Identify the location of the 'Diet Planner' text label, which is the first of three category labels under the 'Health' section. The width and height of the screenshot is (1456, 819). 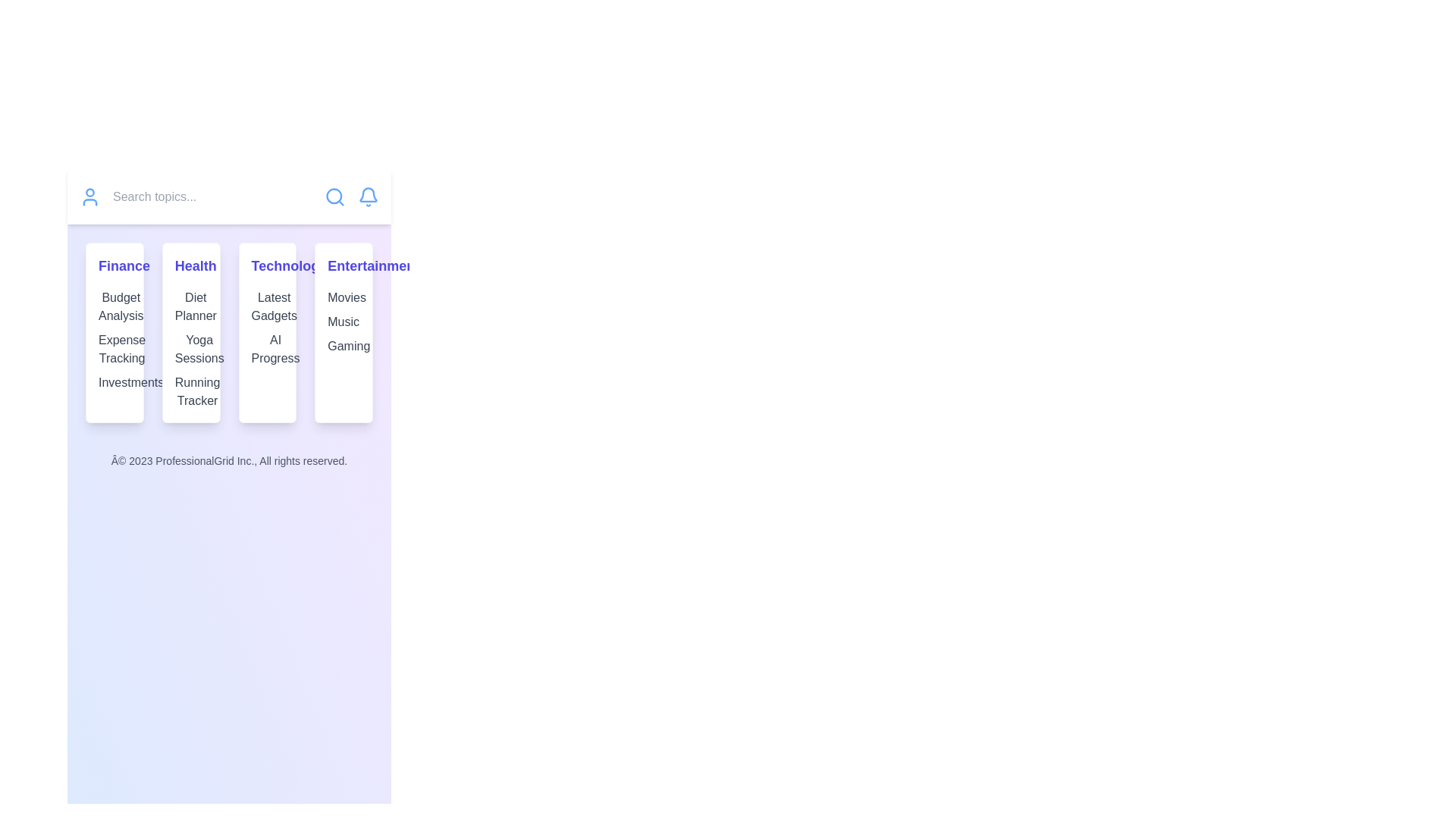
(190, 307).